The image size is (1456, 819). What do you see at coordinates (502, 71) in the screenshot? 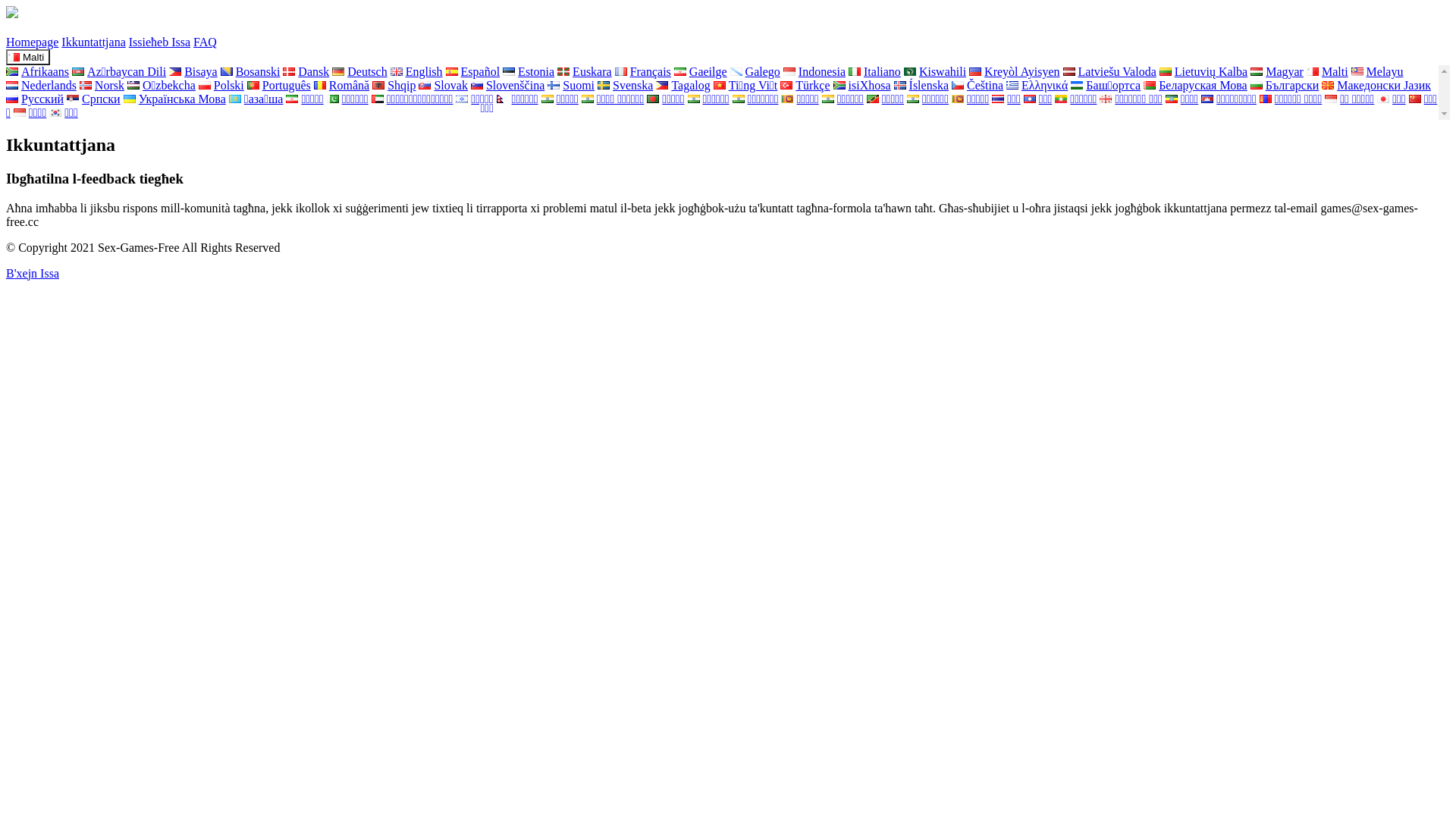
I see `'Estonia'` at bounding box center [502, 71].